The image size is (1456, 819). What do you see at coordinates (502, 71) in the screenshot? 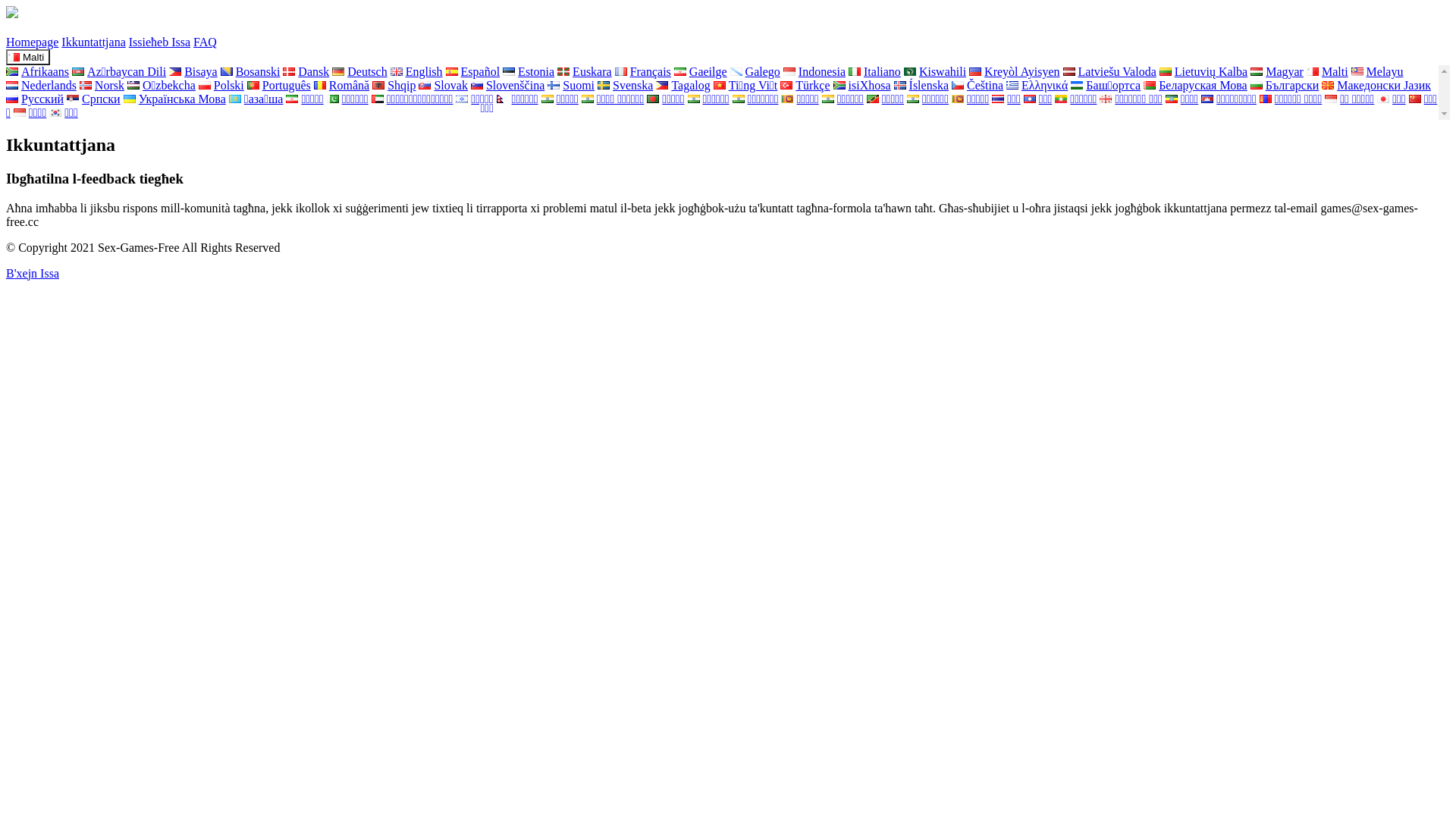
I see `'Estonia'` at bounding box center [502, 71].